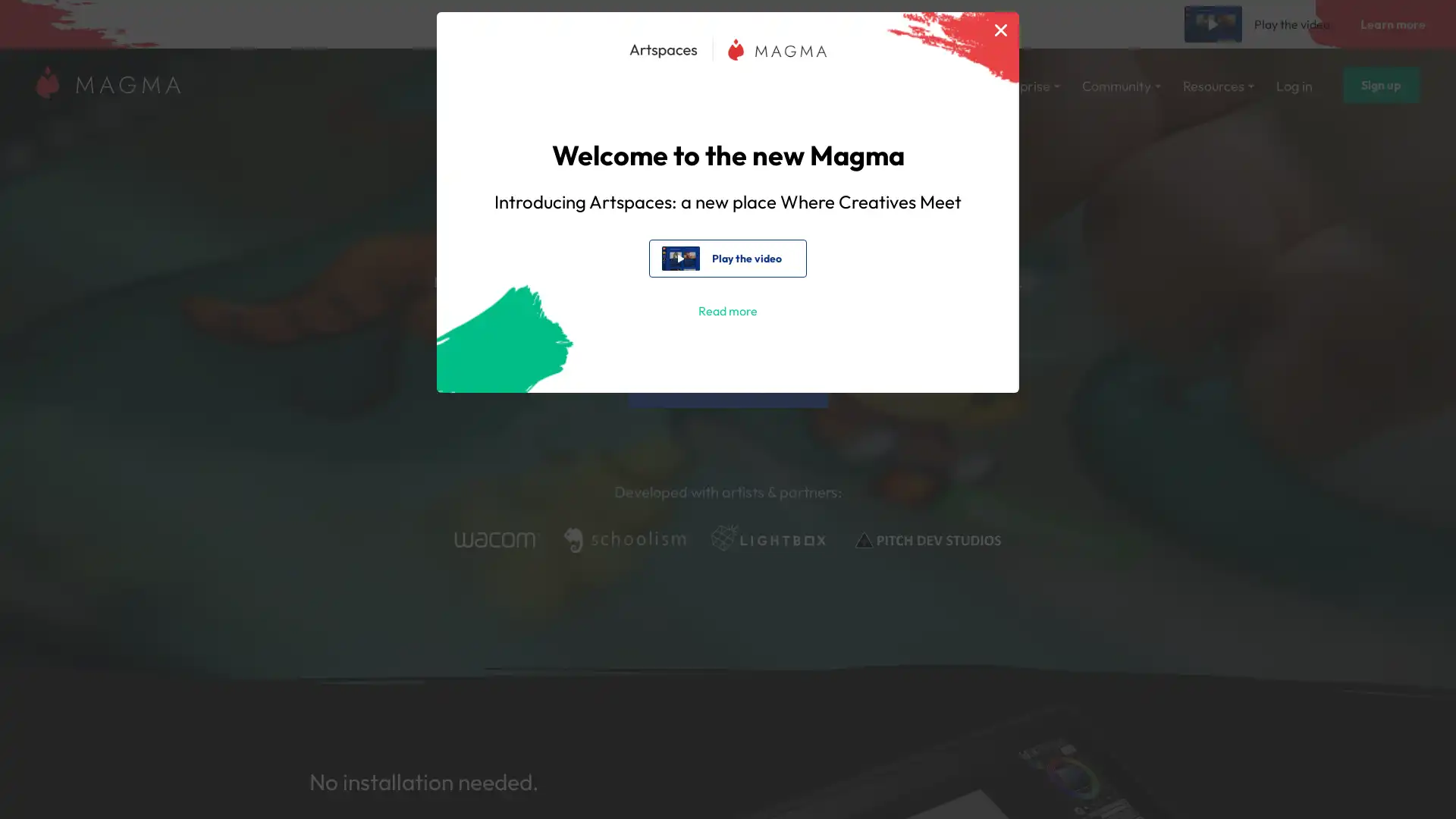 This screenshot has height=819, width=1456. I want to click on Play the video, so click(1260, 24).